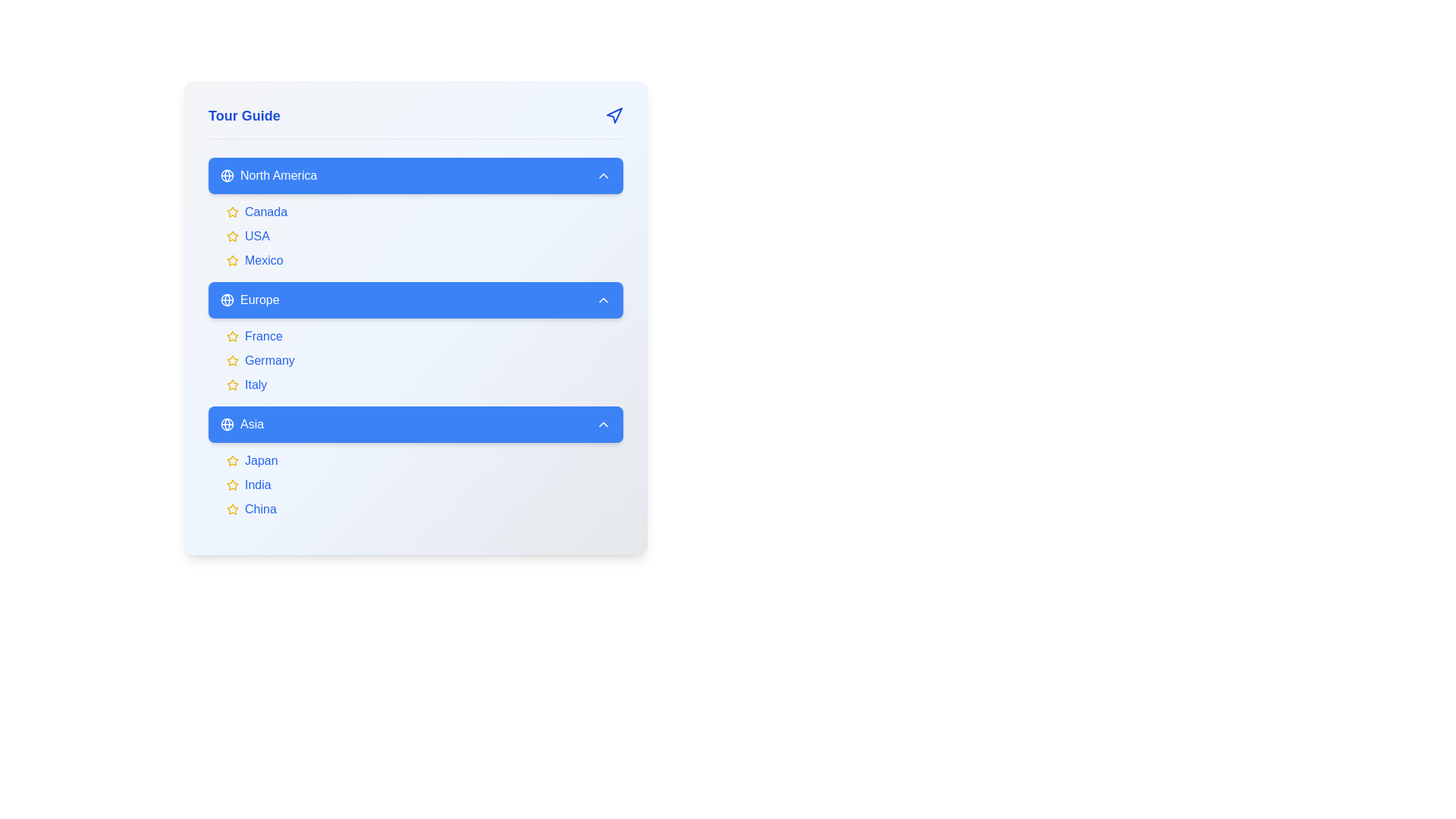 This screenshot has width=1456, height=819. What do you see at coordinates (269, 360) in the screenshot?
I see `the hyperlink for Germany, which is the second item in the 'Europe' section` at bounding box center [269, 360].